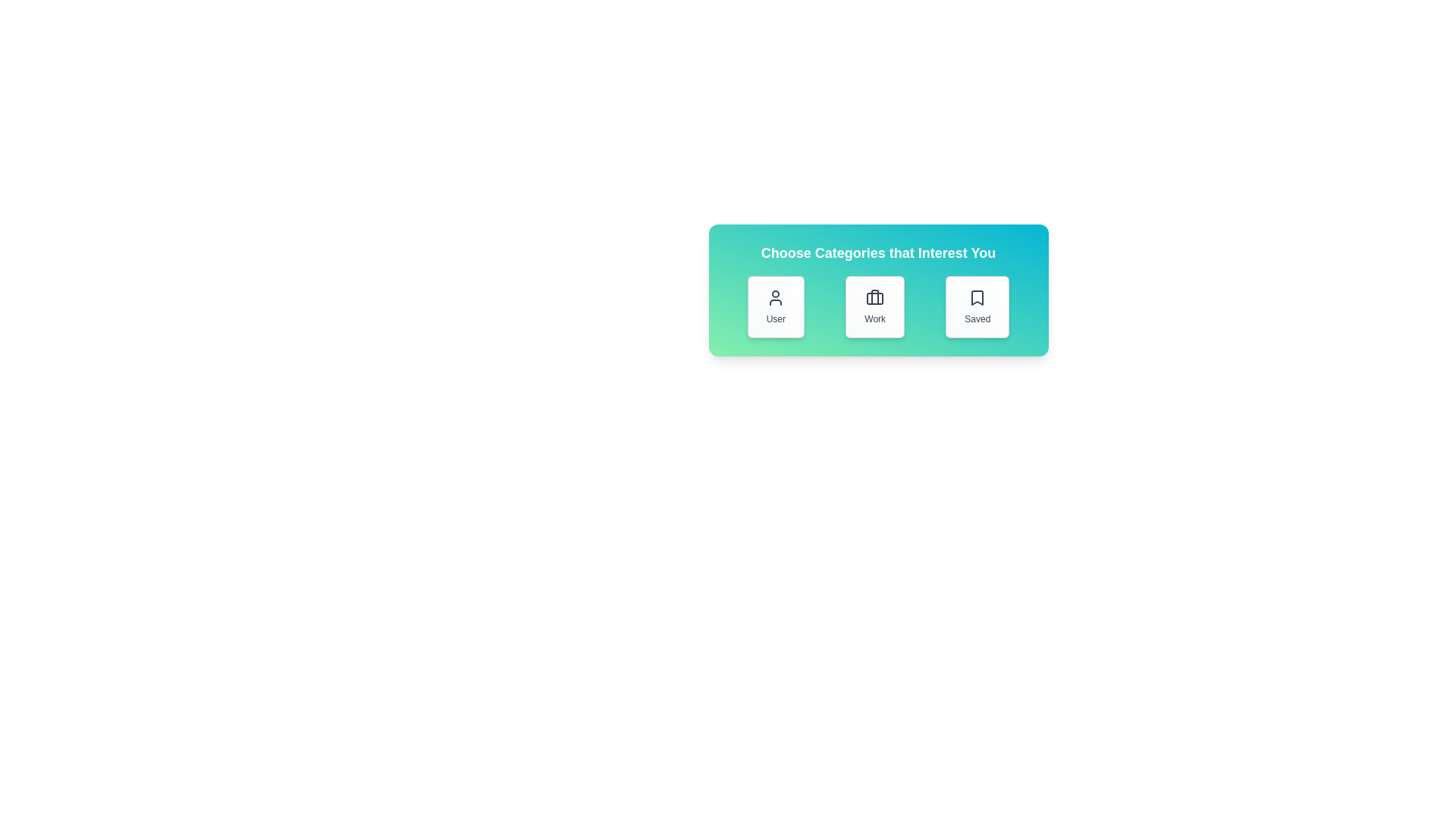 The width and height of the screenshot is (1456, 819). What do you see at coordinates (875, 307) in the screenshot?
I see `the Work button to see the hover effect` at bounding box center [875, 307].